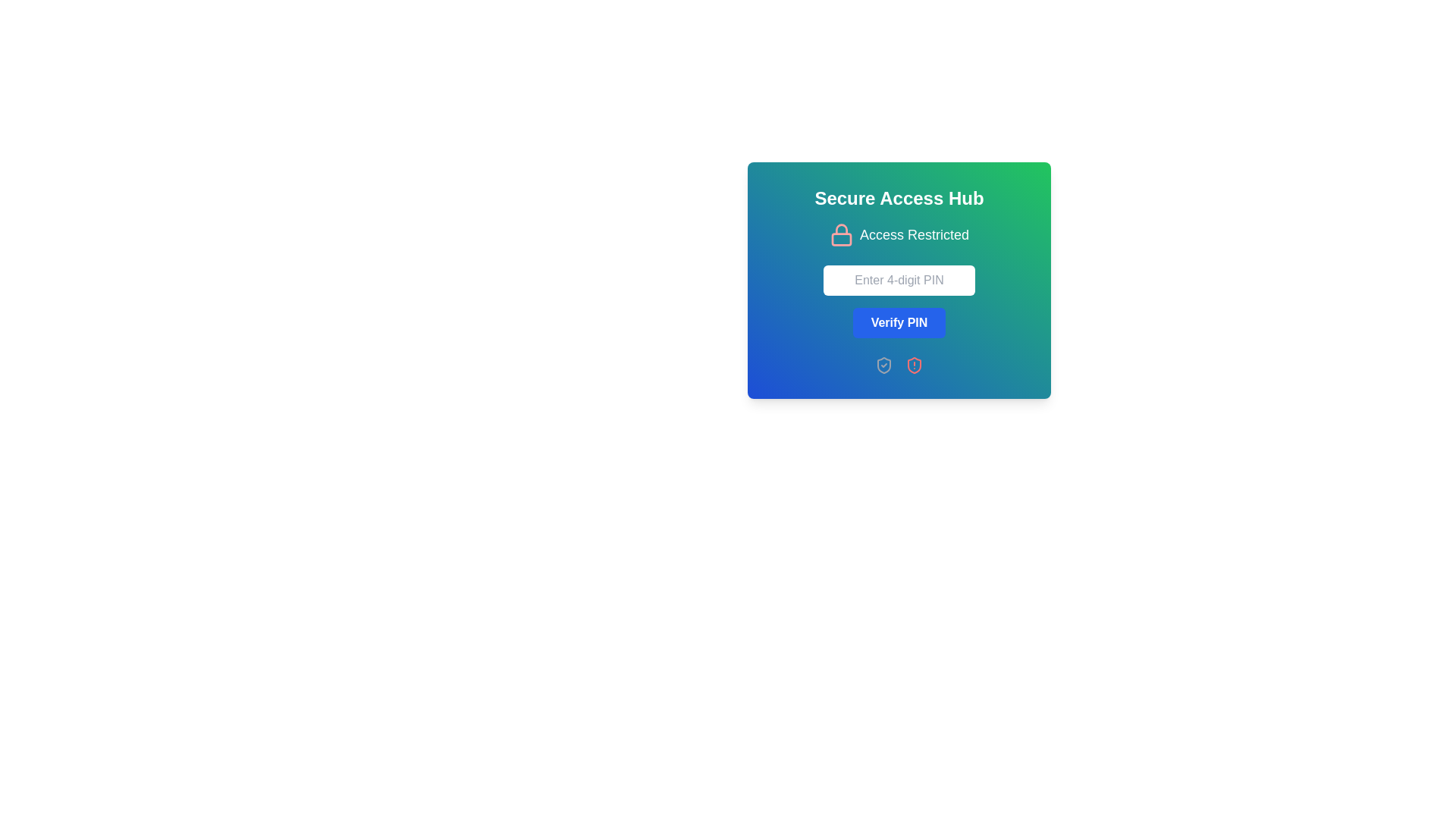 The image size is (1456, 819). Describe the element at coordinates (913, 366) in the screenshot. I see `the red-highlighted shield icon located beneath the 'Verify PIN' button in the security-related interface` at that location.